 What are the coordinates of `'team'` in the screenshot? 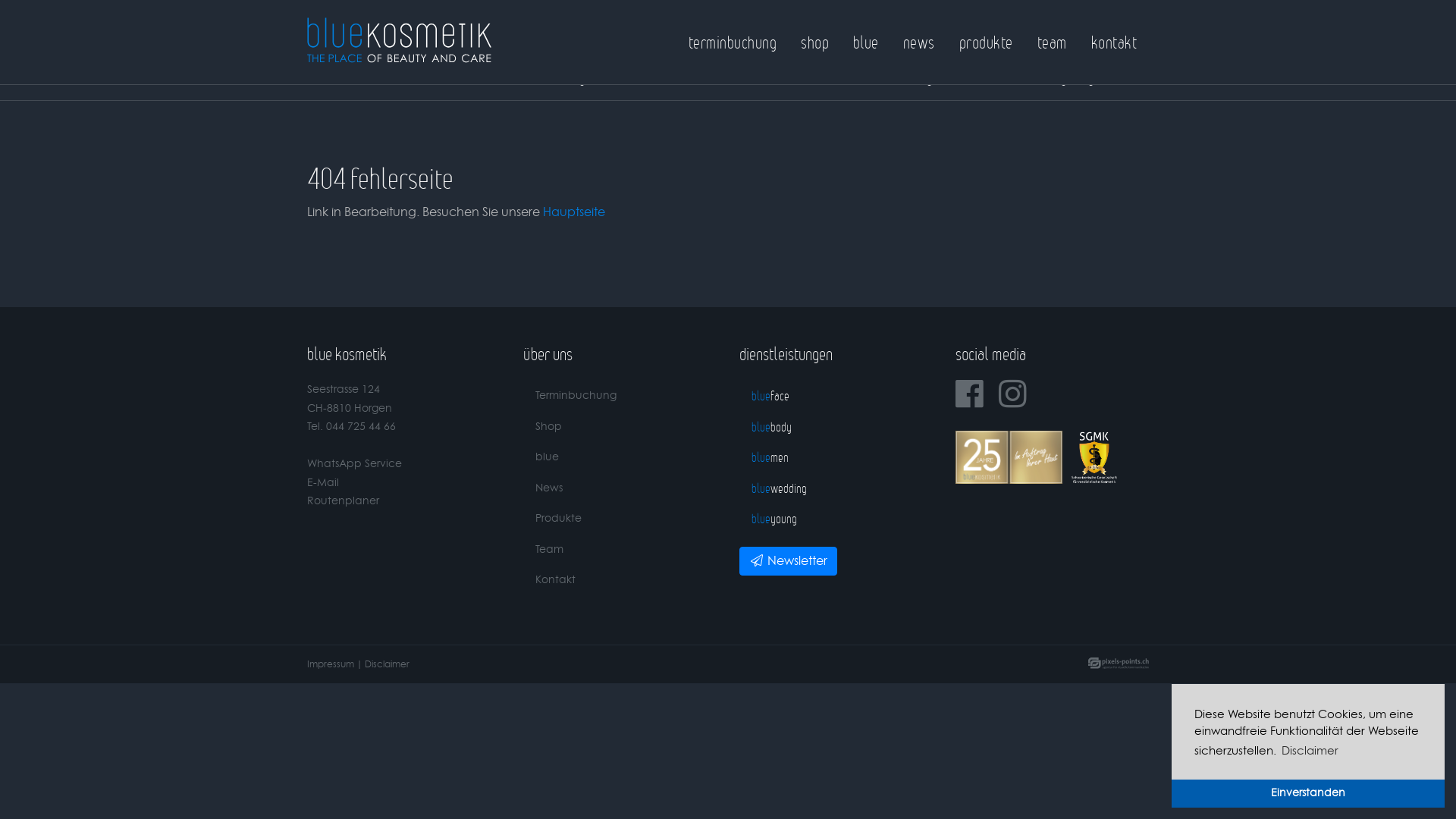 It's located at (1051, 42).